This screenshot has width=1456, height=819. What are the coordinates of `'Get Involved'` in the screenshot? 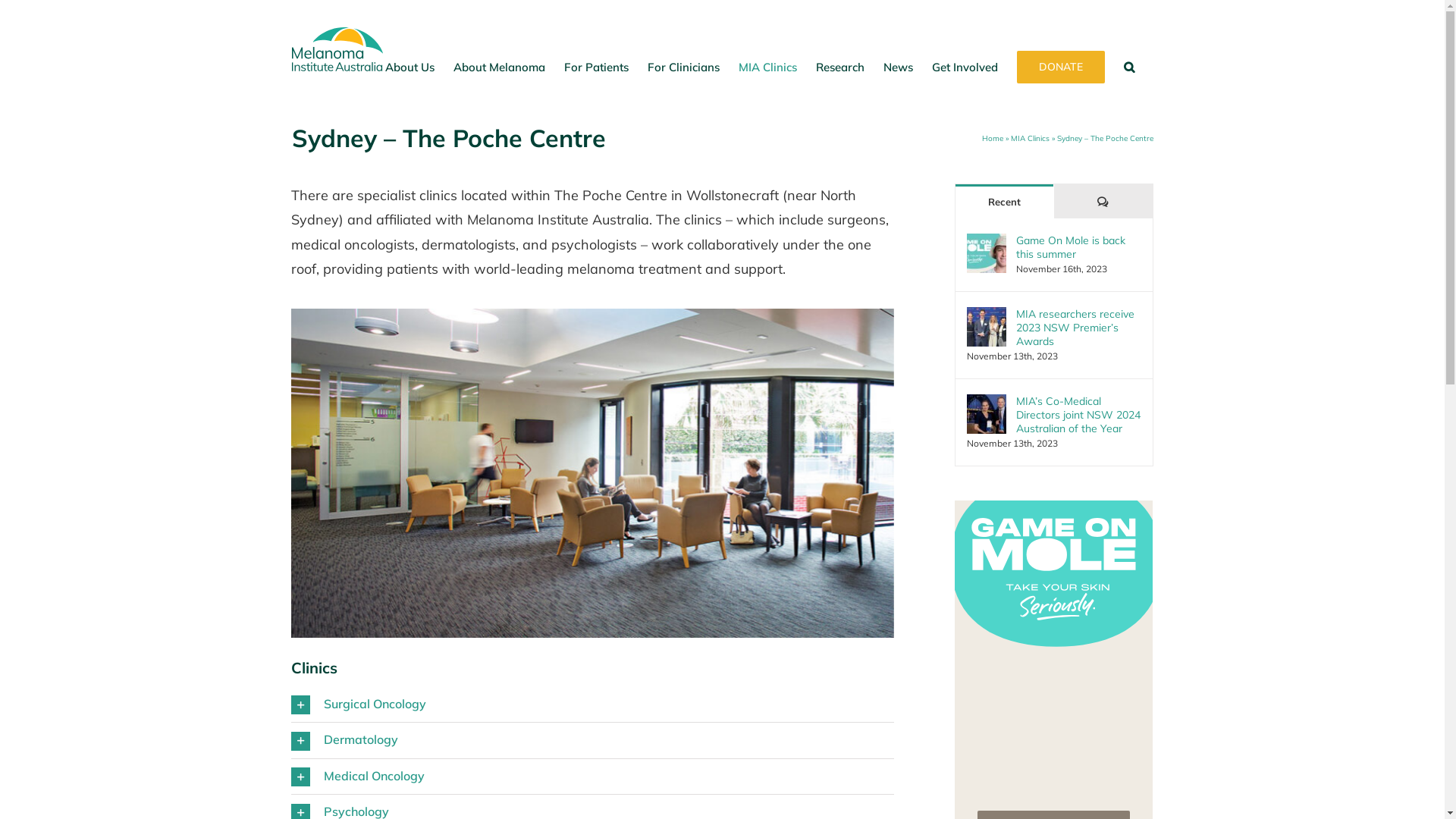 It's located at (963, 66).